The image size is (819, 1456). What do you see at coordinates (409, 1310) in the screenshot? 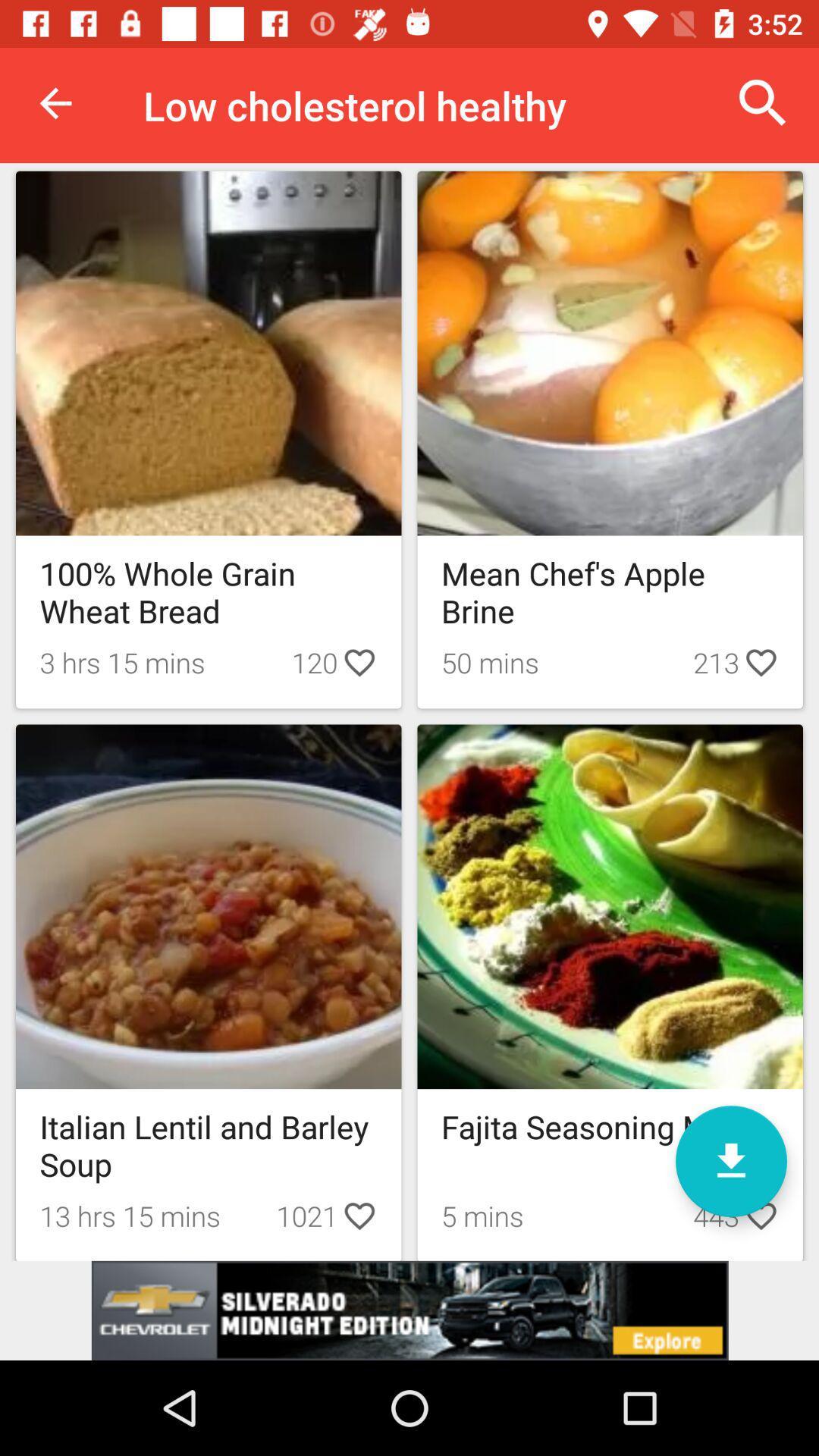
I see `advertisement box` at bounding box center [409, 1310].